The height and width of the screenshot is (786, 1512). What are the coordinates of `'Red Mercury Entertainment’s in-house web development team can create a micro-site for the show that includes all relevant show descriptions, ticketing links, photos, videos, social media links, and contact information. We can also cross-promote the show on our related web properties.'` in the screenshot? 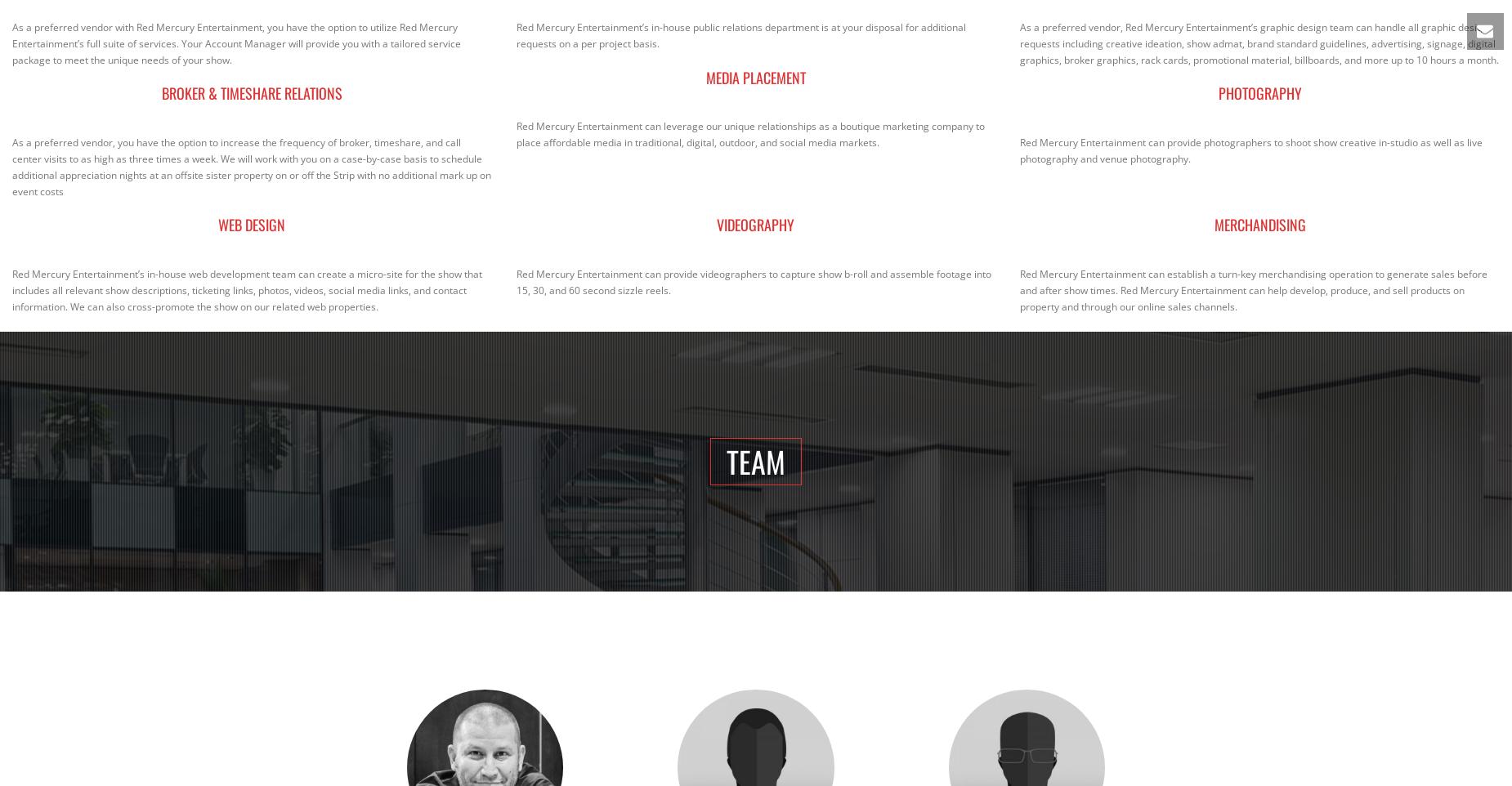 It's located at (246, 289).